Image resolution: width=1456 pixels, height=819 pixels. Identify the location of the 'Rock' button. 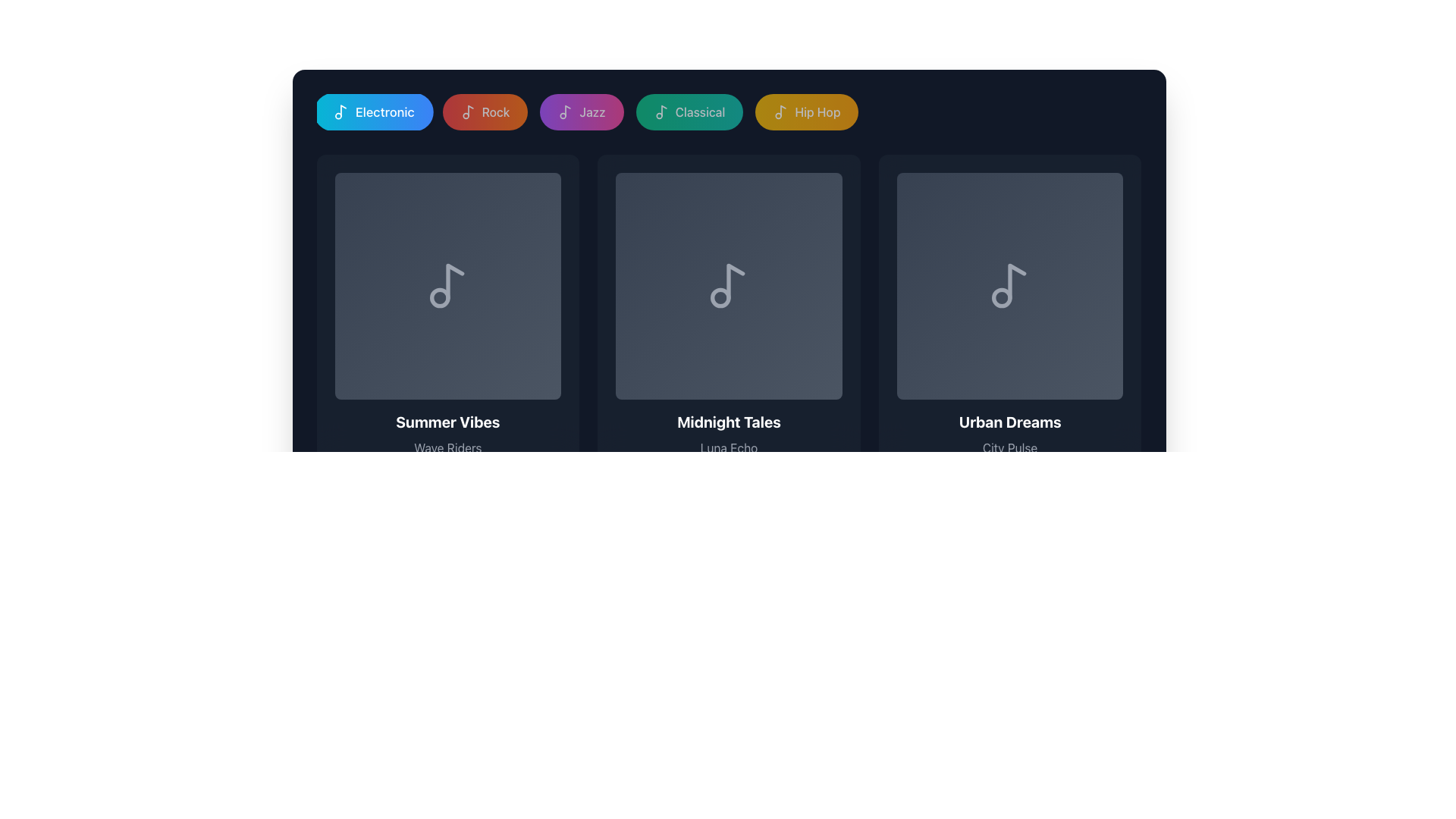
(467, 111).